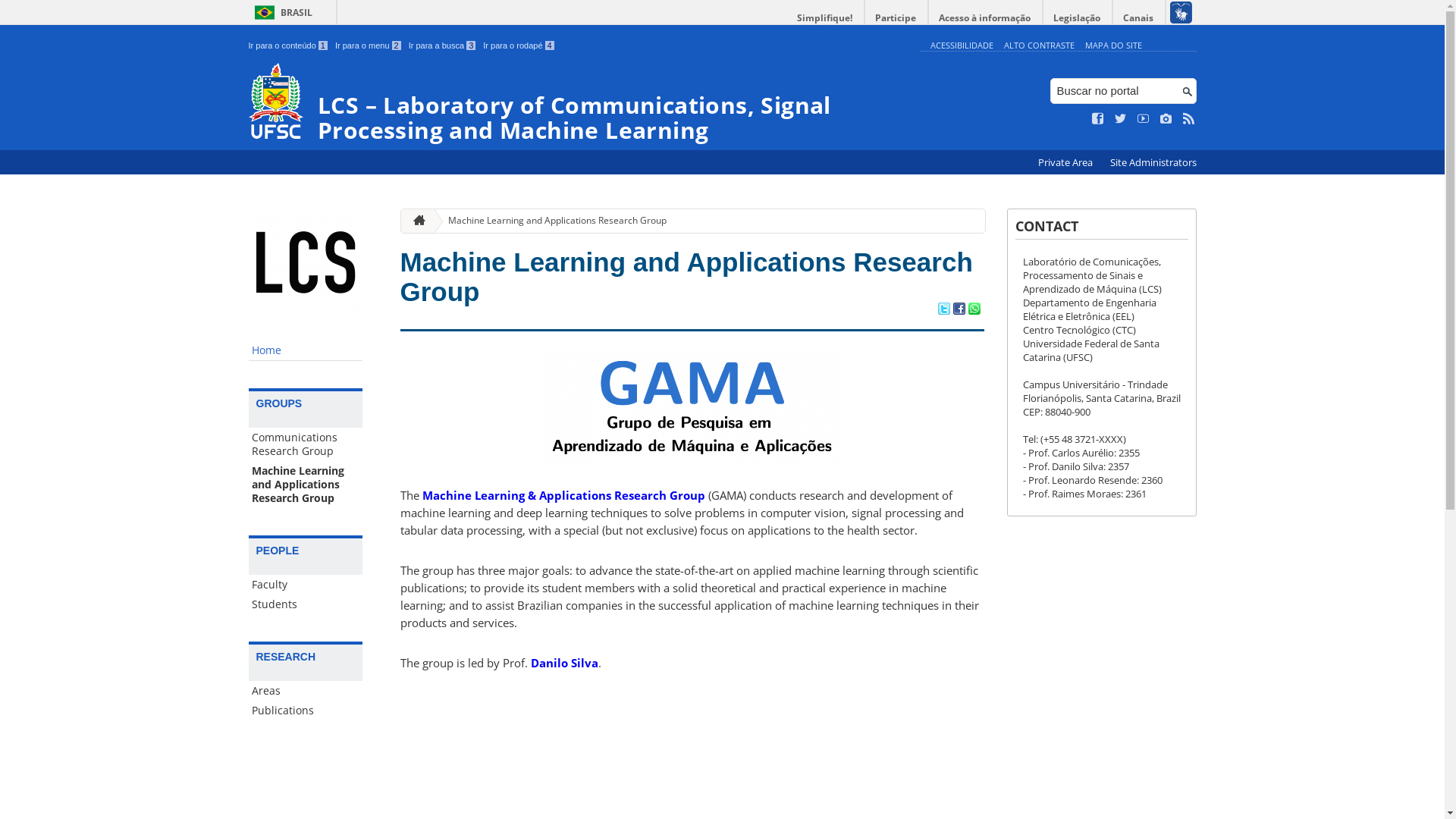 Image resolution: width=1456 pixels, height=819 pixels. What do you see at coordinates (305, 584) in the screenshot?
I see `'Faculty'` at bounding box center [305, 584].